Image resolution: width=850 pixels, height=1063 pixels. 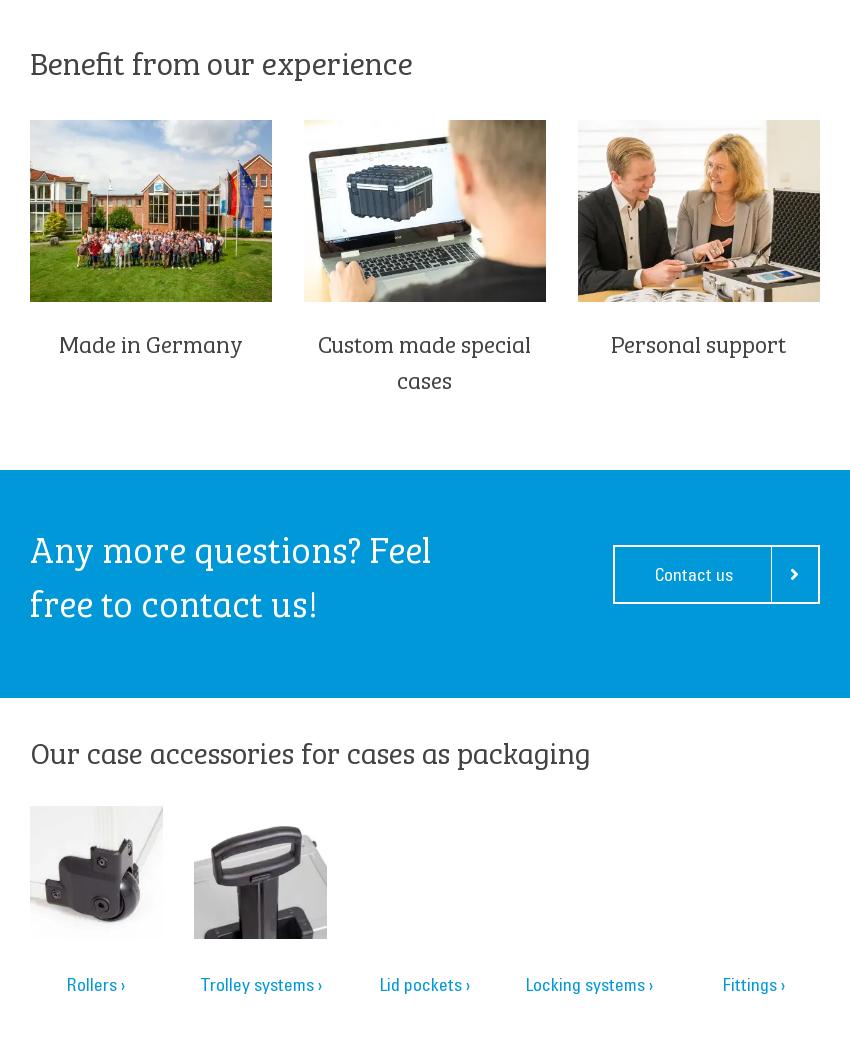 I want to click on 'Our case accessories for cases as packaging', so click(x=29, y=749).